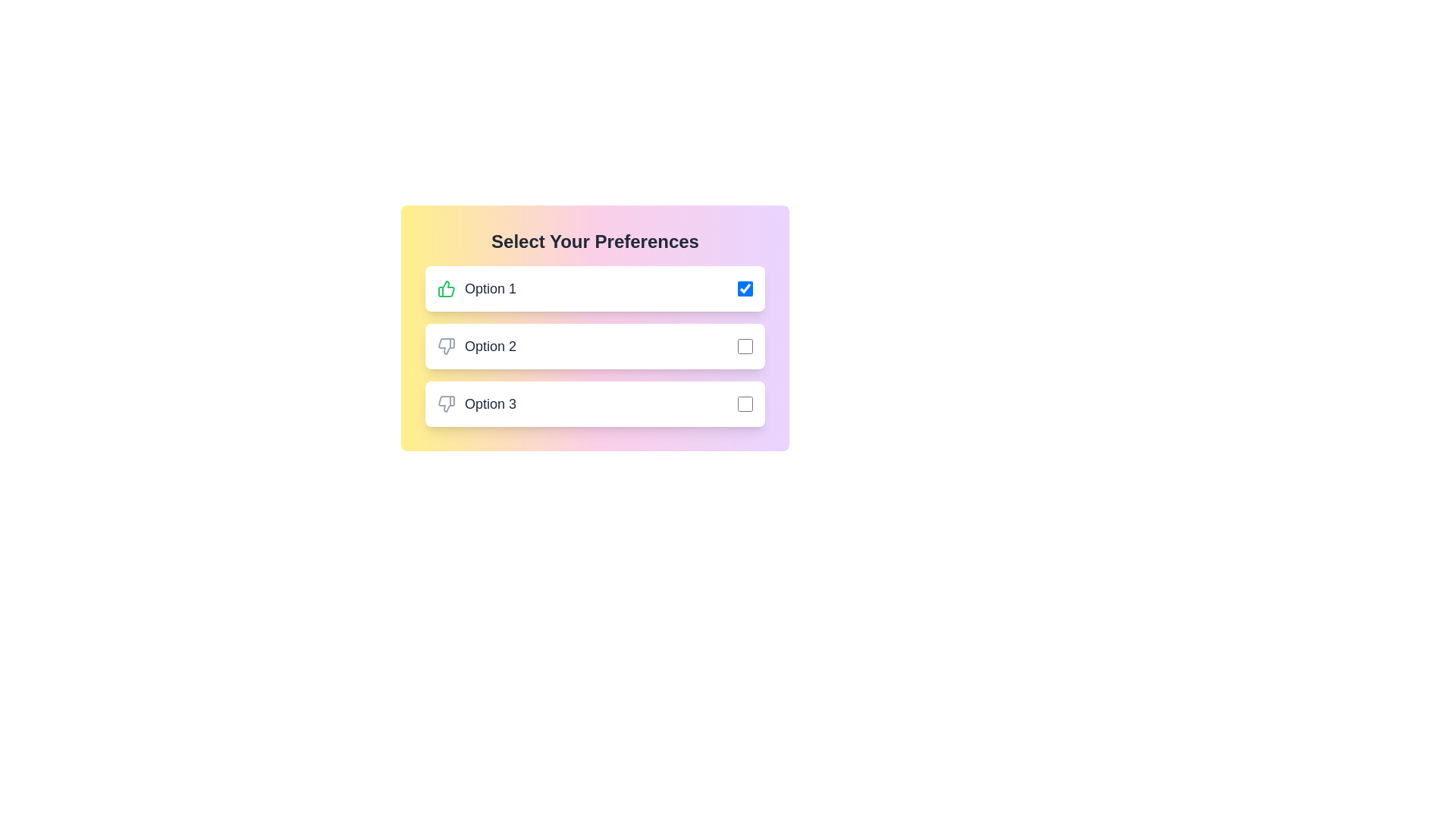  What do you see at coordinates (475, 346) in the screenshot?
I see `the second selectable option in the preference selection context, which is located below 'Option 1' and above 'Option 3'` at bounding box center [475, 346].